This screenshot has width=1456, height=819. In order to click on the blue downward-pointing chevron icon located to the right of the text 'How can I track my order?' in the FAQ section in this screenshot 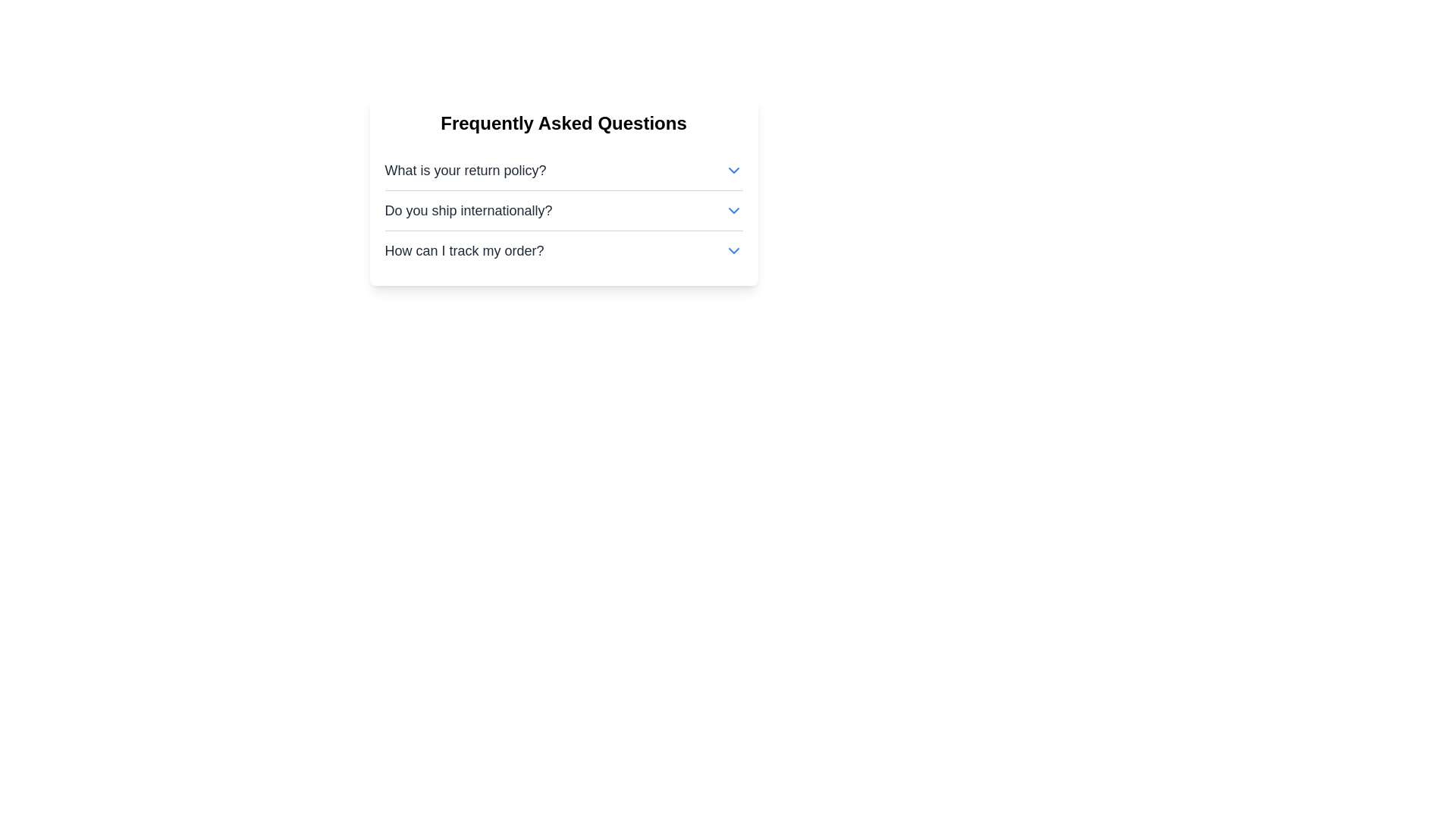, I will do `click(733, 250)`.